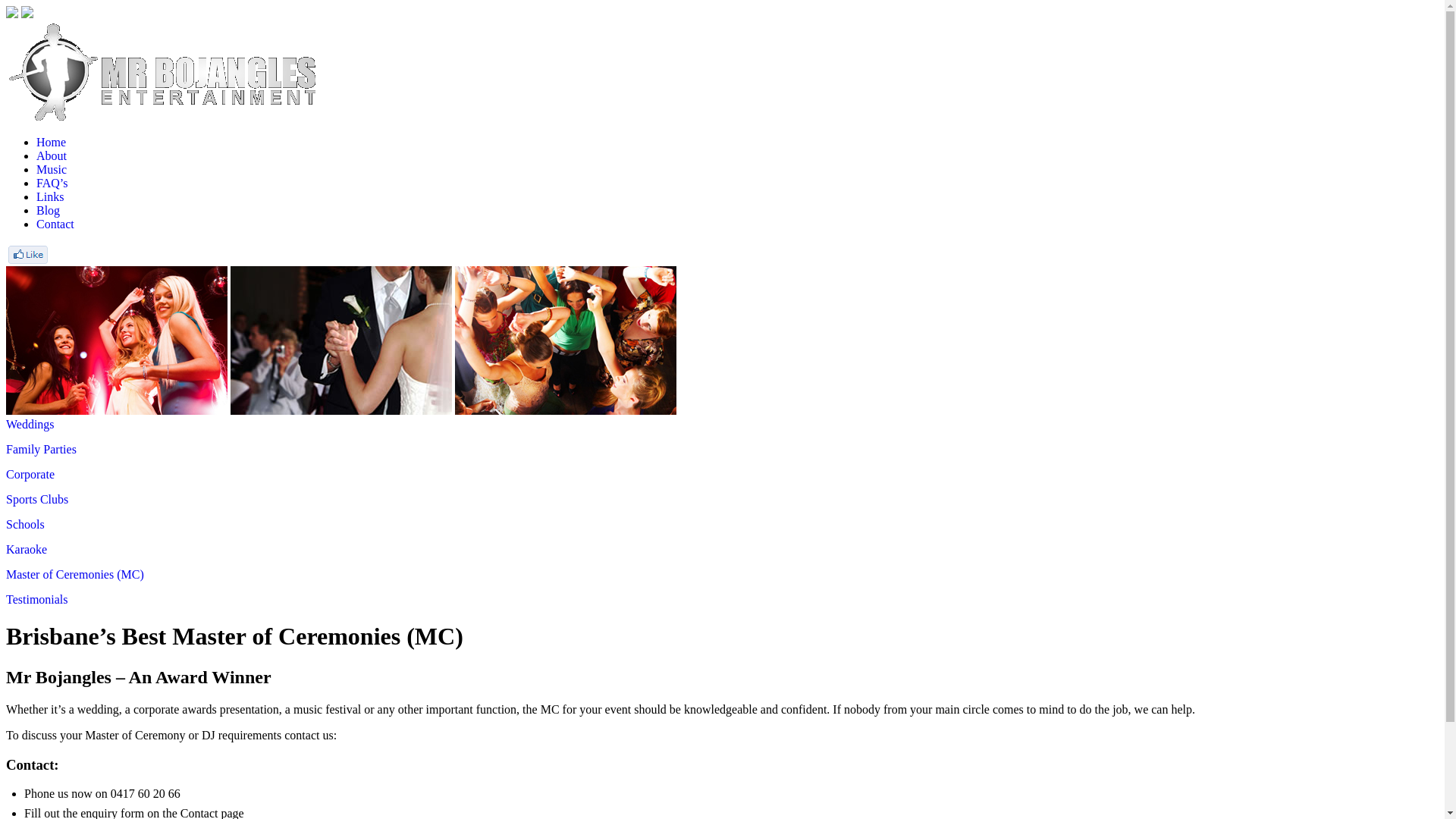 This screenshot has width=1456, height=819. What do you see at coordinates (36, 598) in the screenshot?
I see `'Testimonials'` at bounding box center [36, 598].